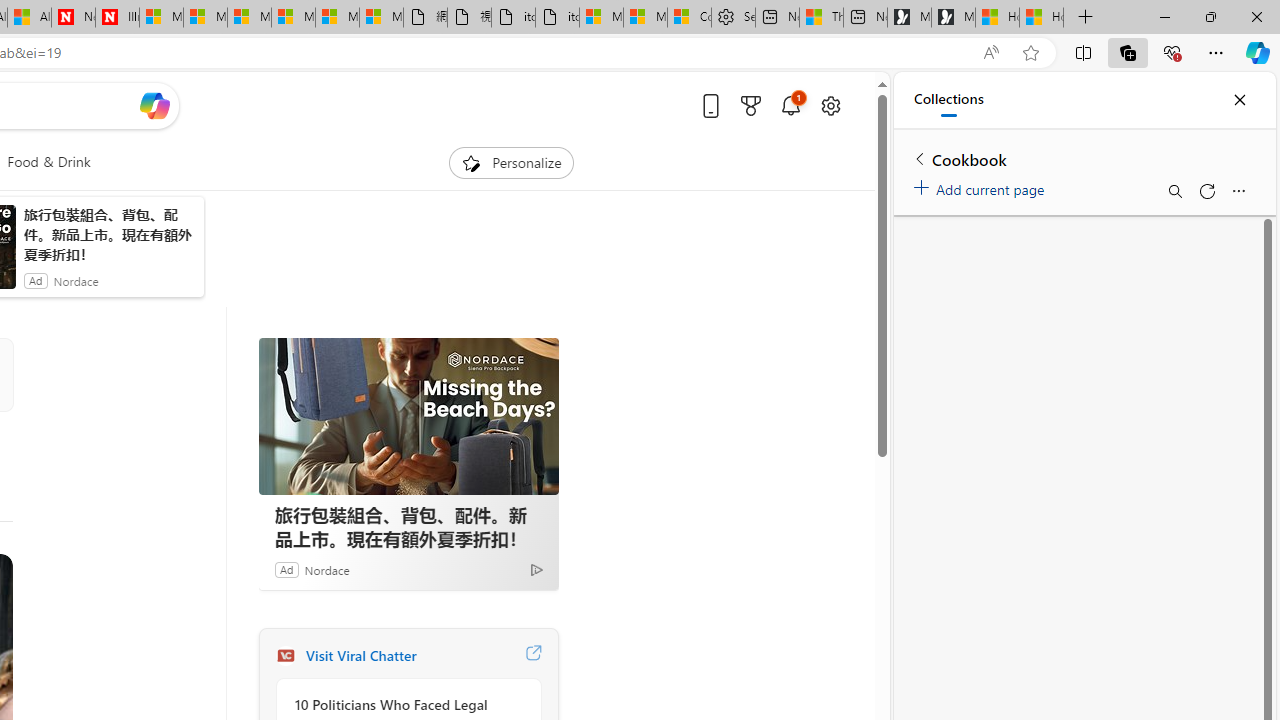  I want to click on 'Consumer Health Data Privacy Policy', so click(689, 17).